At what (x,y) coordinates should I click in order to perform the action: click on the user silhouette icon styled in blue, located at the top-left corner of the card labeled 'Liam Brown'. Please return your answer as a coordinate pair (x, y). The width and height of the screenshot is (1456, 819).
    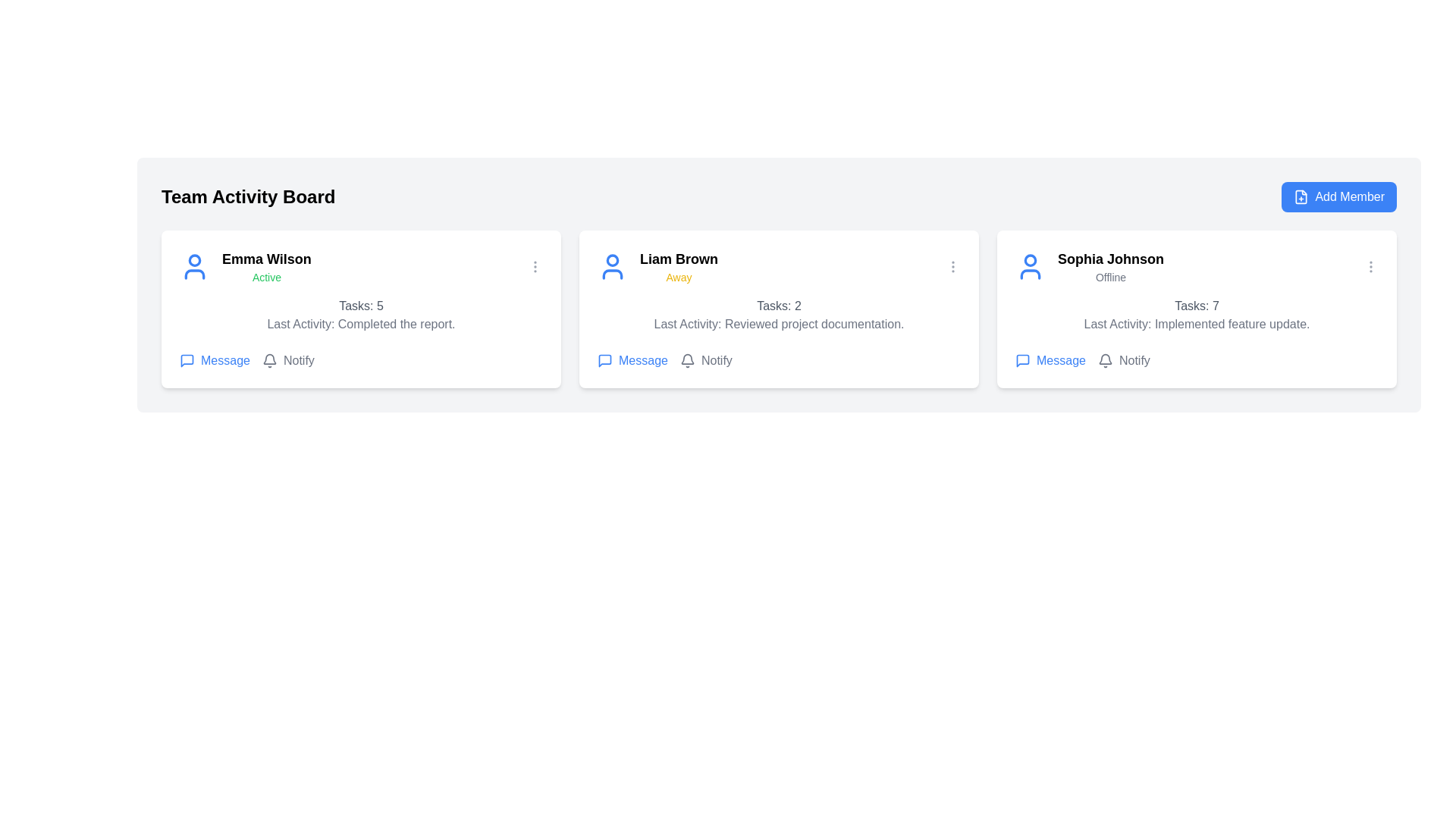
    Looking at the image, I should click on (612, 265).